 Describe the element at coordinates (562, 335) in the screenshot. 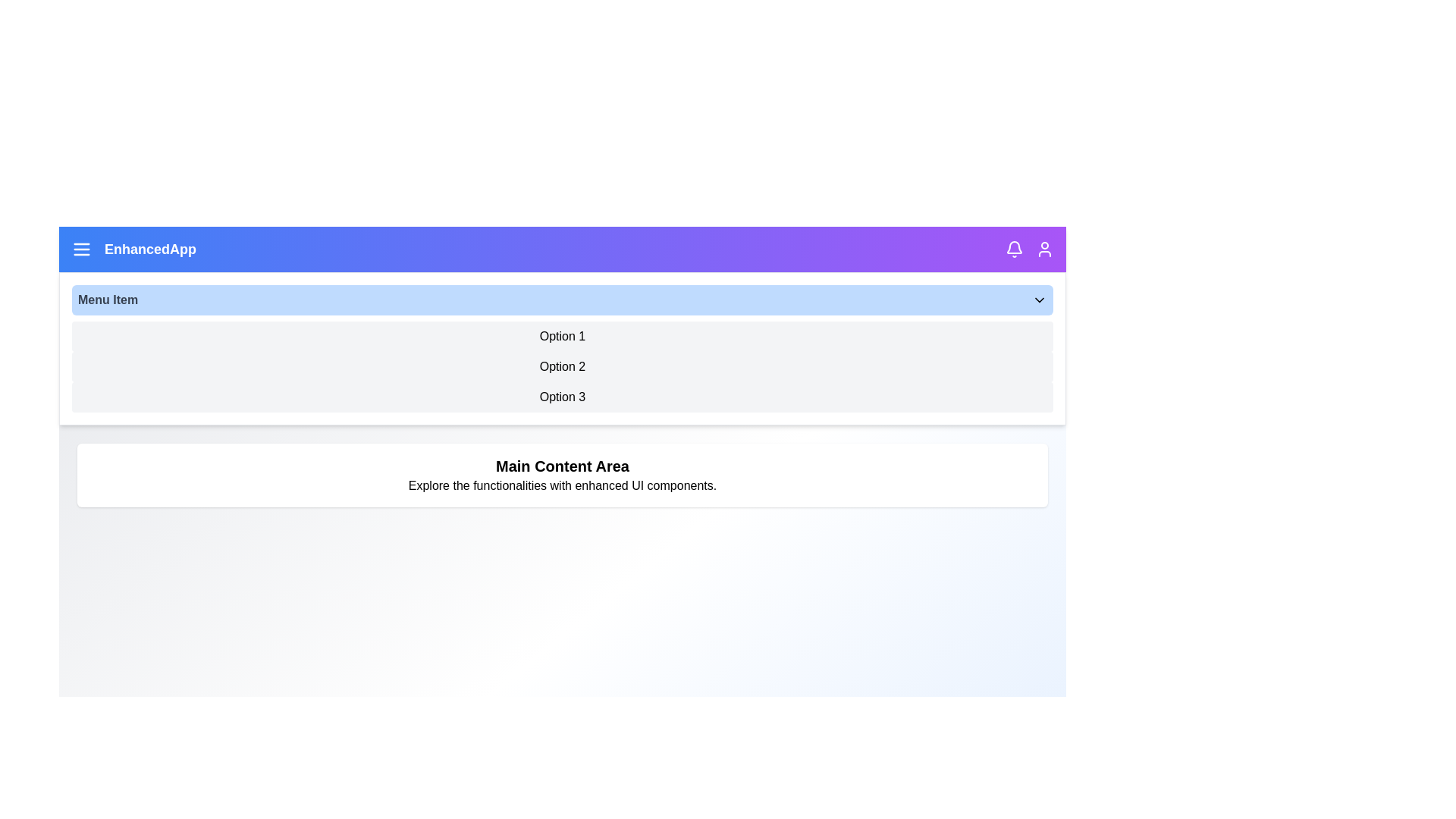

I see `the dropdown option Option 1` at that location.